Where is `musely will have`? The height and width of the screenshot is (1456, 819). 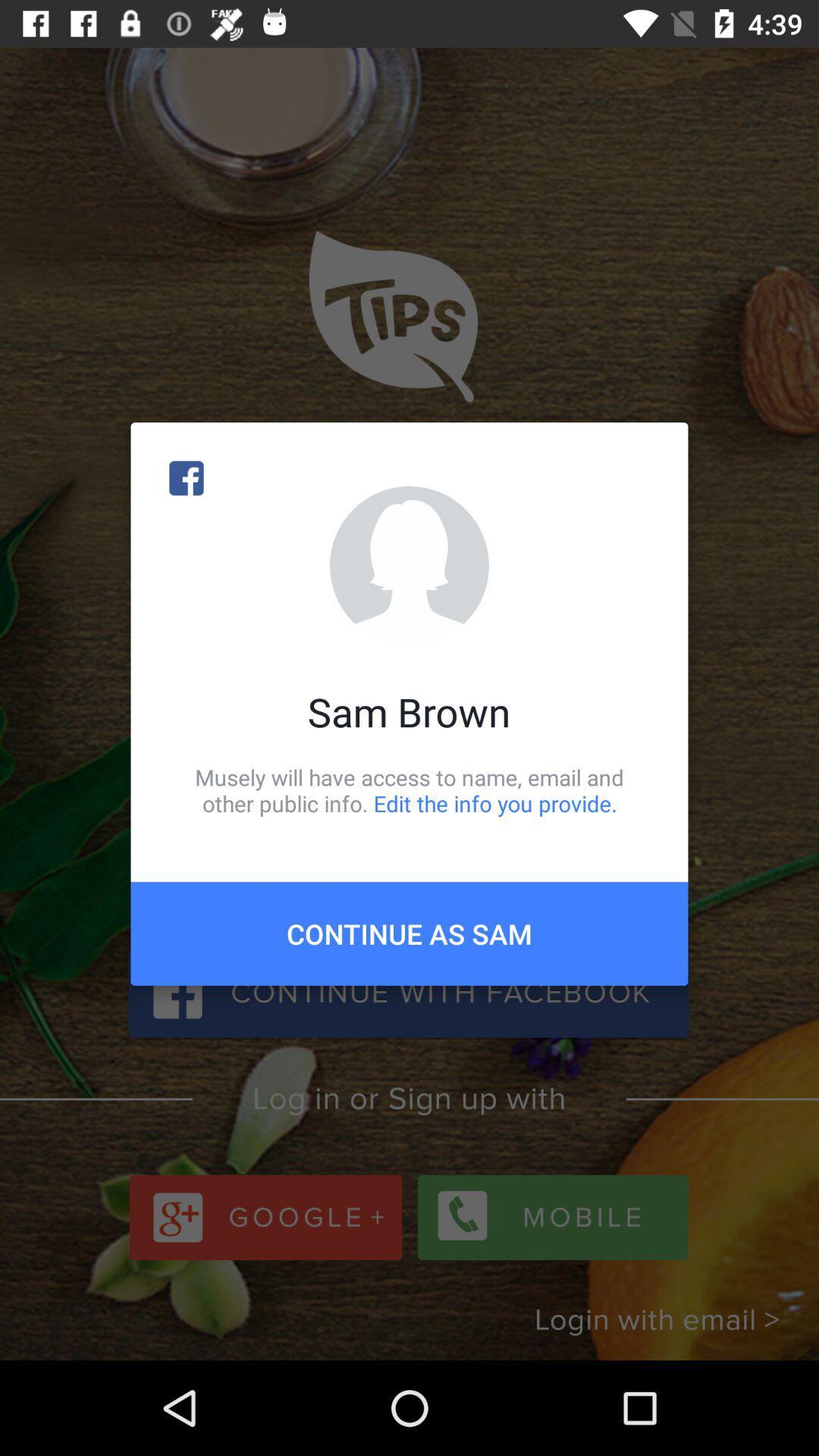
musely will have is located at coordinates (409, 789).